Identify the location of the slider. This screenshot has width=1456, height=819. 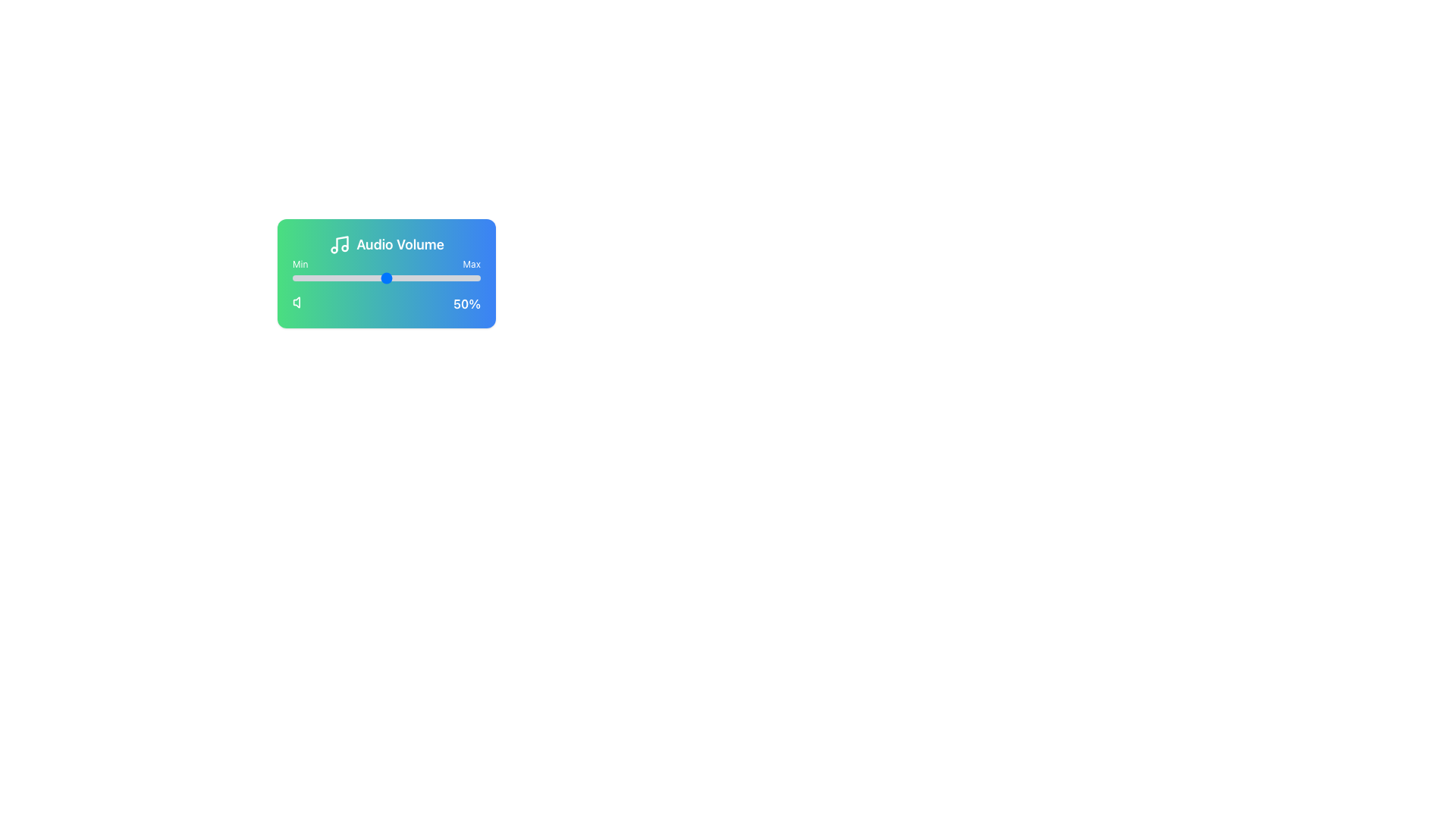
(425, 278).